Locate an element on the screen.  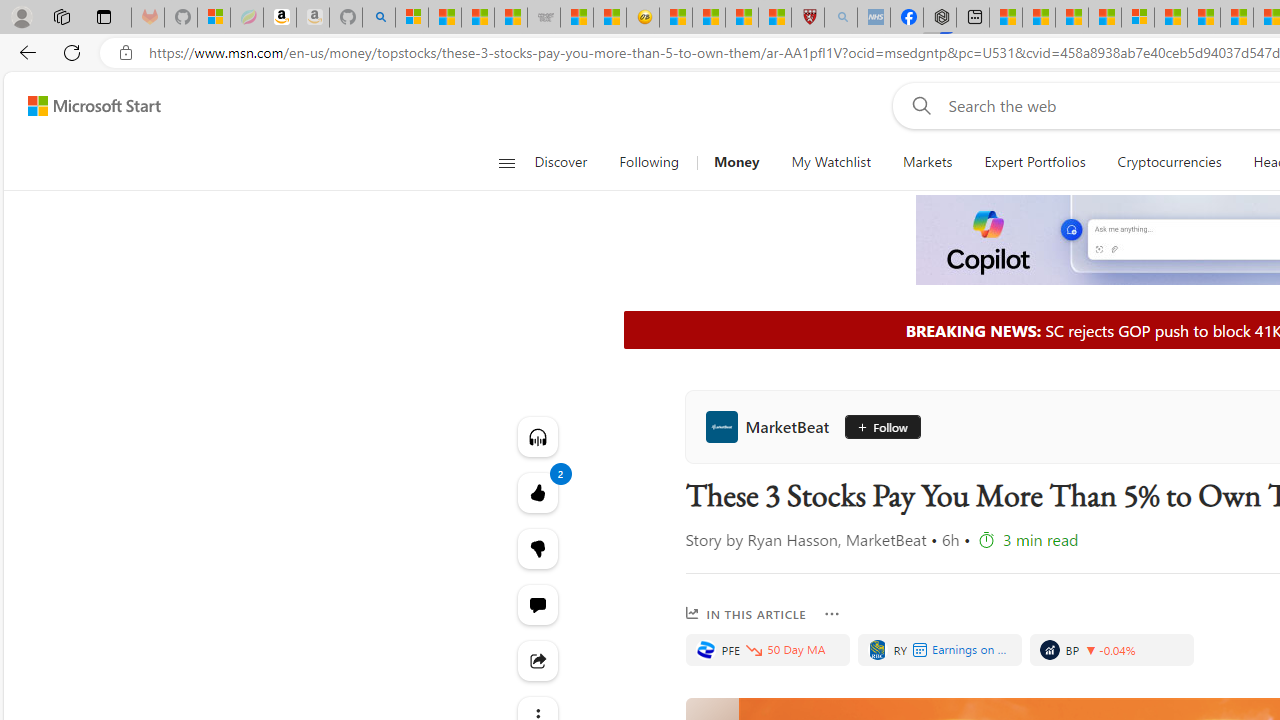
'Combat Siege' is located at coordinates (544, 17).